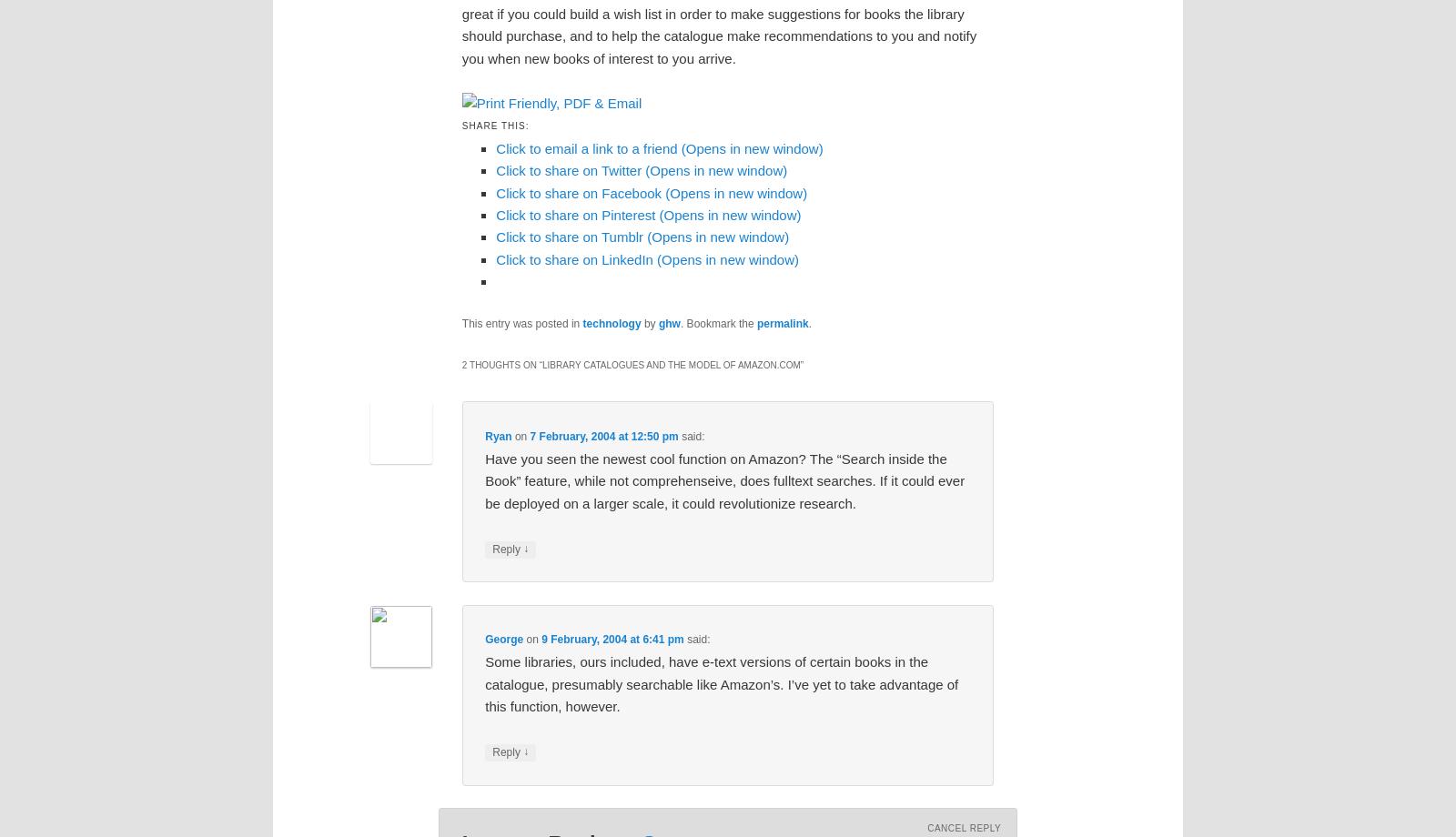 The height and width of the screenshot is (837, 1456). Describe the element at coordinates (642, 237) in the screenshot. I see `'Click to share on Tumblr (Opens in new window)'` at that location.